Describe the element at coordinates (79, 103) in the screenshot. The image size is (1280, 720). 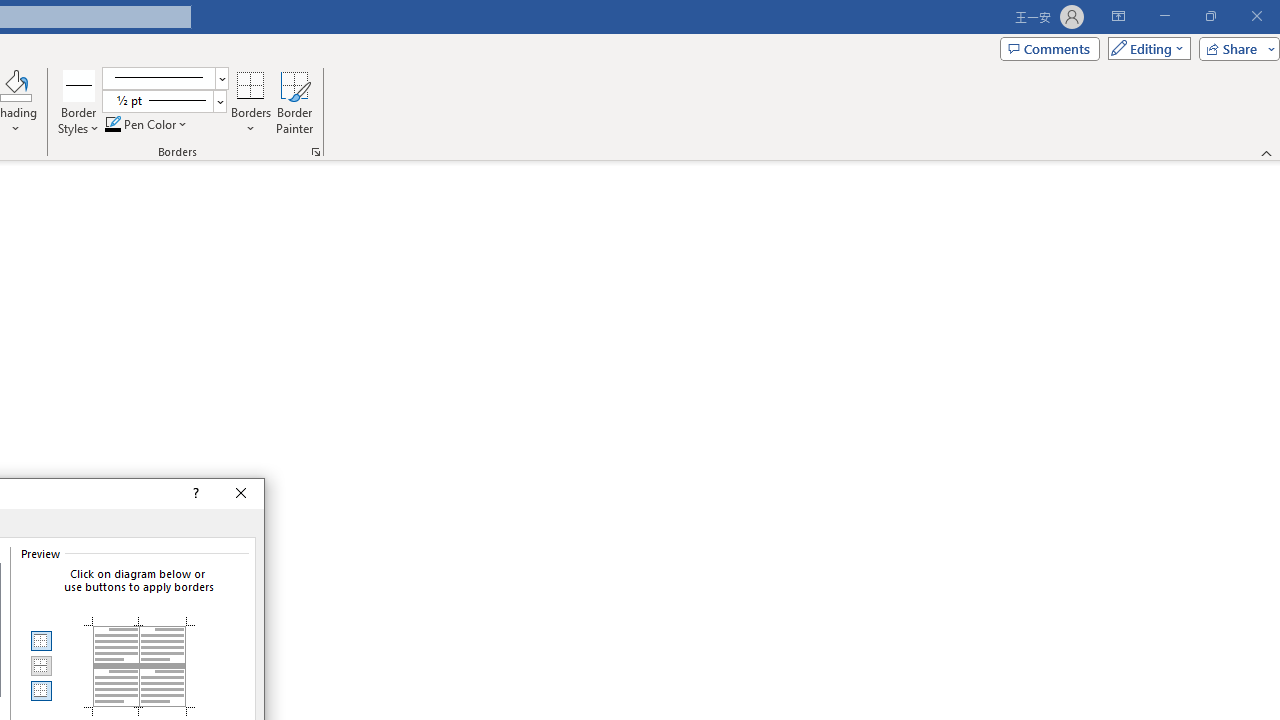
I see `'Border Styles'` at that location.